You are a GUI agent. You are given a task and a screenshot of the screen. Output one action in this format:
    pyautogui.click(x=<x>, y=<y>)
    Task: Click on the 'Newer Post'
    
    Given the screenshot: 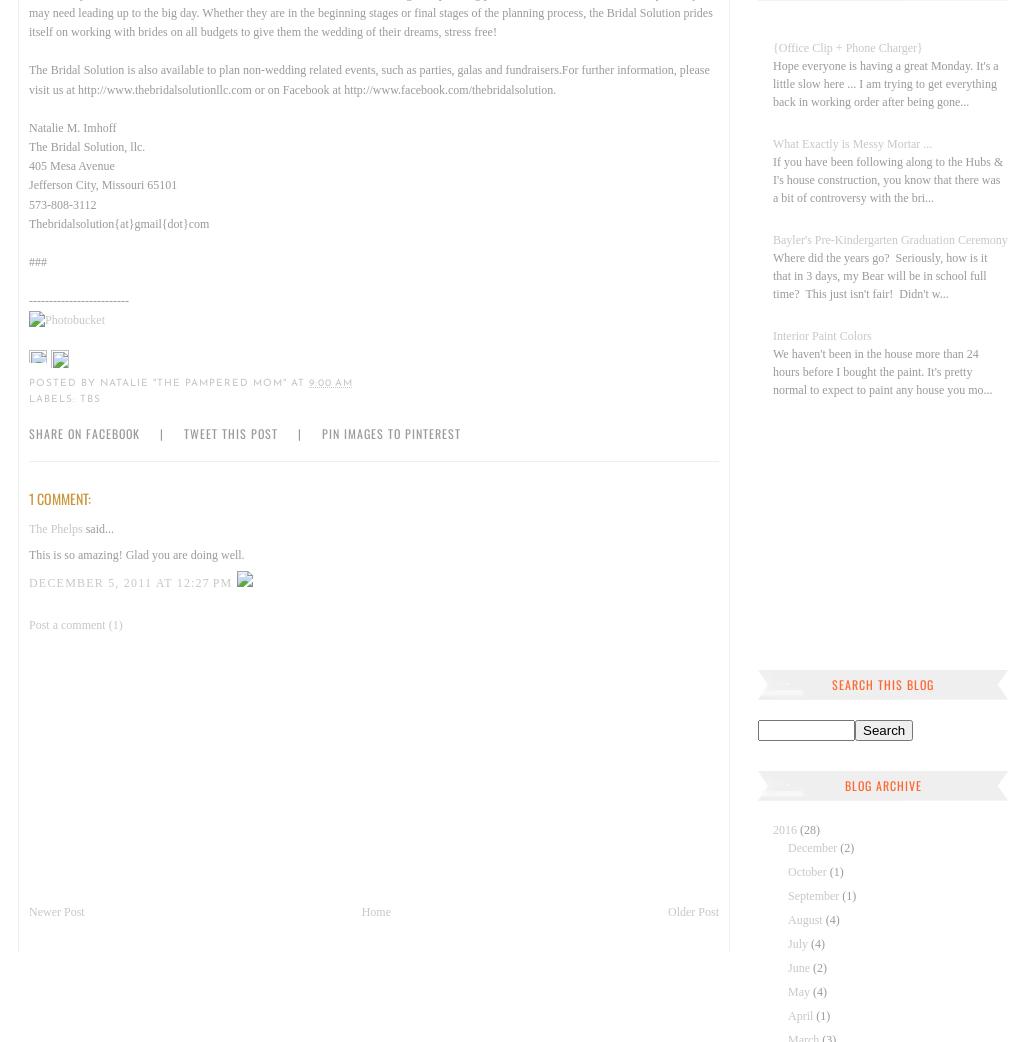 What is the action you would take?
    pyautogui.click(x=56, y=910)
    